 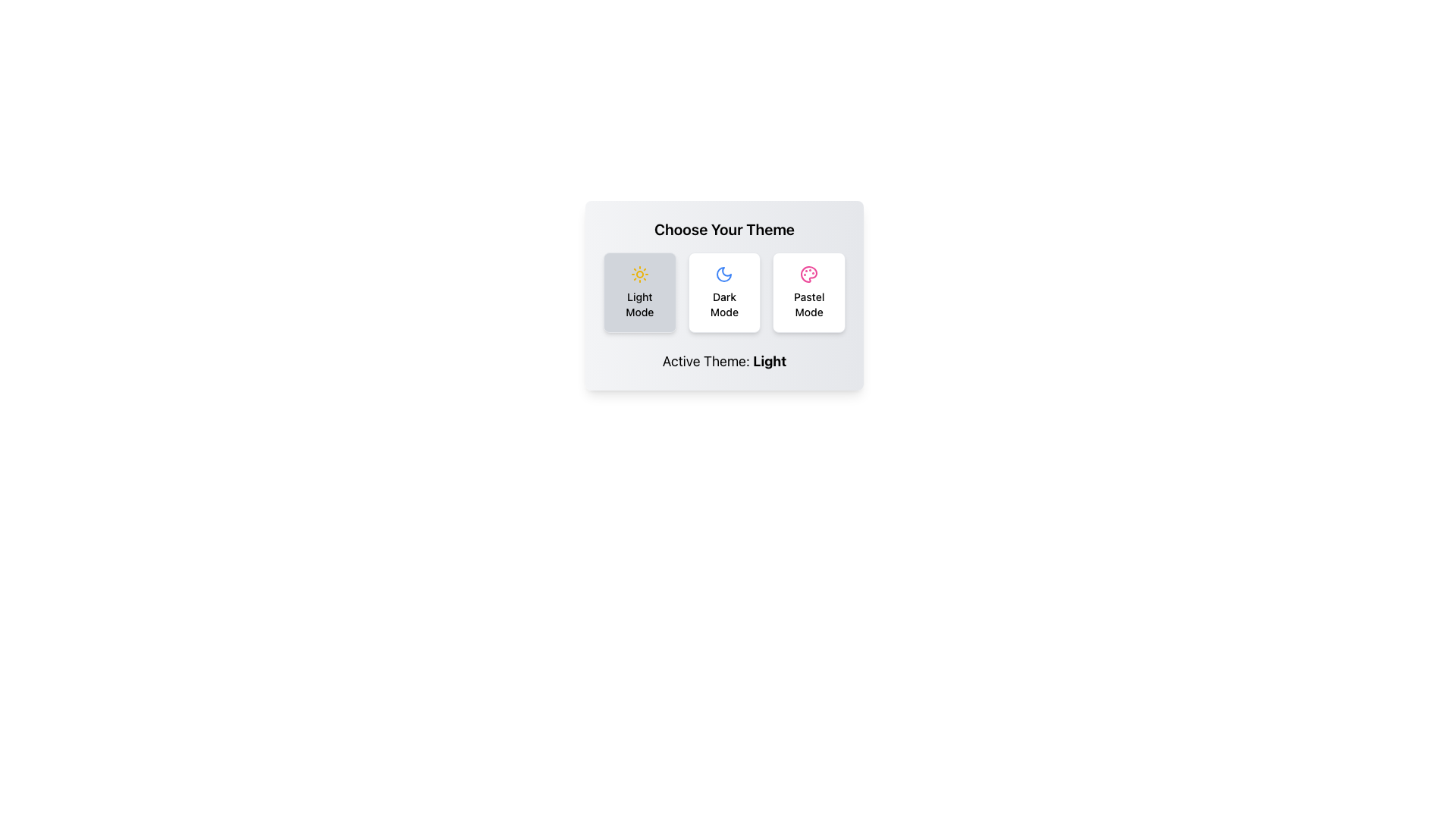 I want to click on the selectable theme options in the 'Choose Your Theme' Card UI Component by clicking on it, so click(x=723, y=295).